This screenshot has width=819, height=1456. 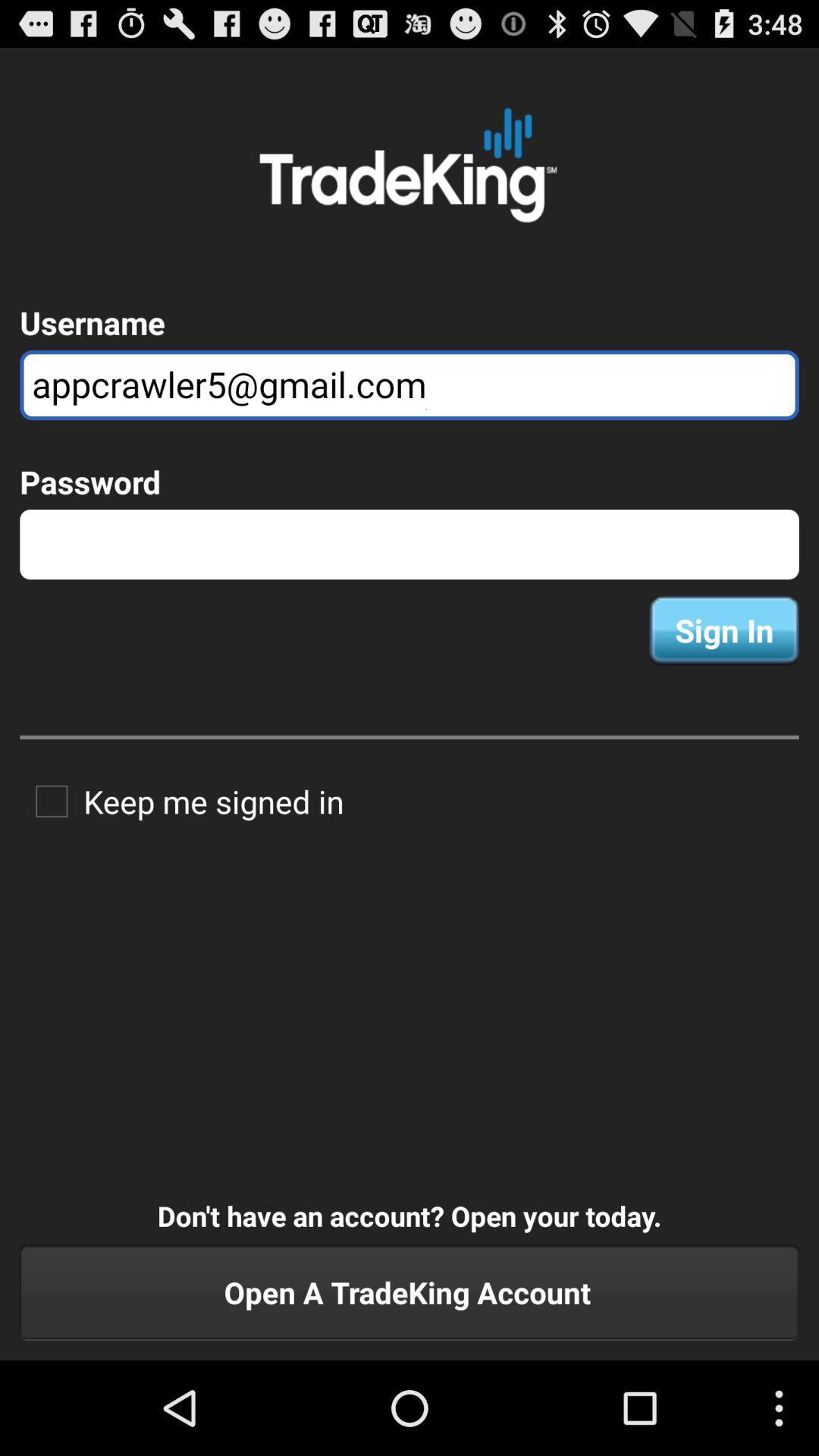 I want to click on sign in, so click(x=723, y=630).